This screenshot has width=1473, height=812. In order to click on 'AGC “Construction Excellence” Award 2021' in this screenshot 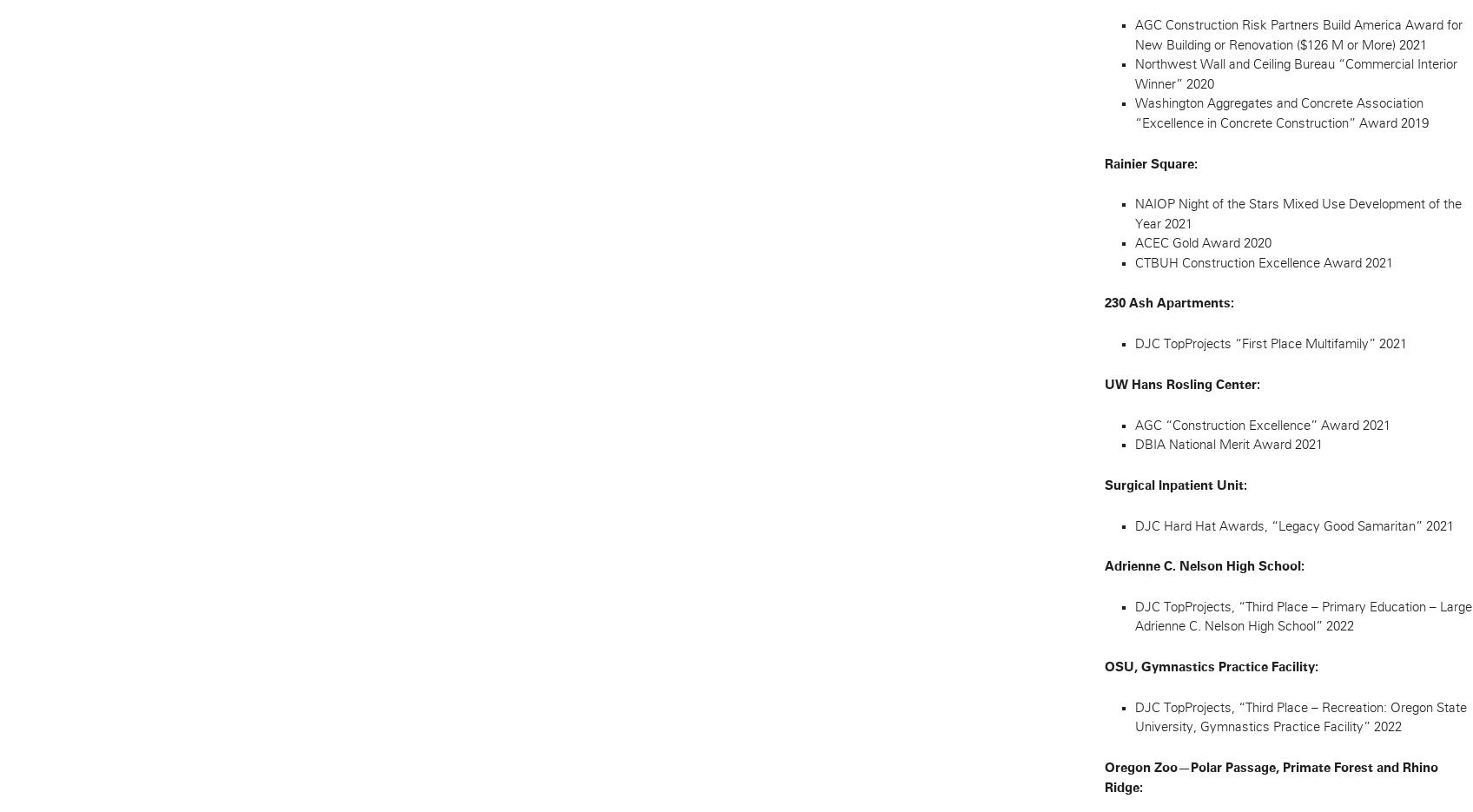, I will do `click(1261, 425)`.